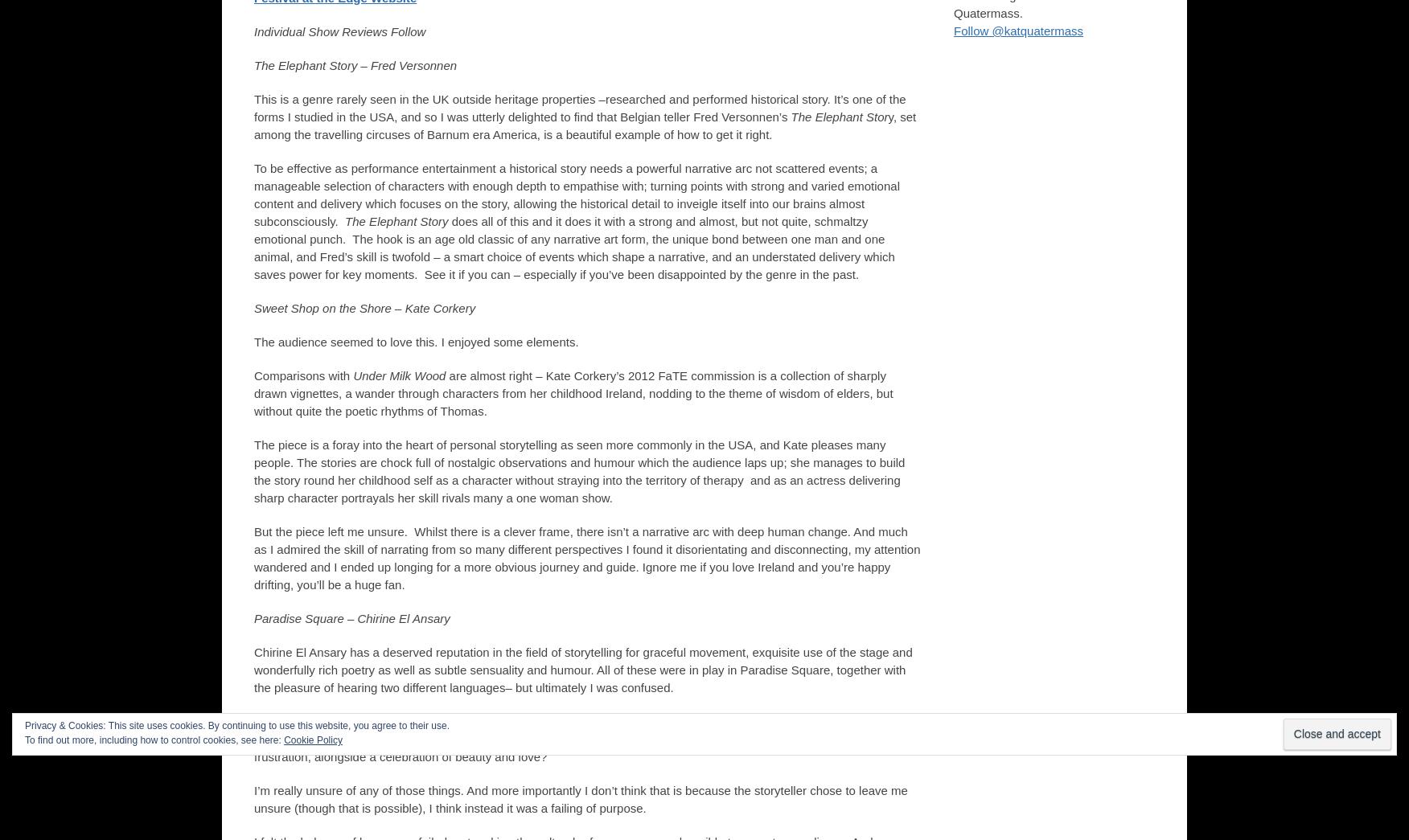 The width and height of the screenshot is (1409, 840). Describe the element at coordinates (573, 392) in the screenshot. I see `'are almost right – Kate Corkery’s 2012 FaTE commission is a collection of sharply drawn vignettes, a wander through characters from her childhood Ireland, nodding to the theme of wisdom of elders, but without quite the poetic rhythms of Thomas.'` at that location.